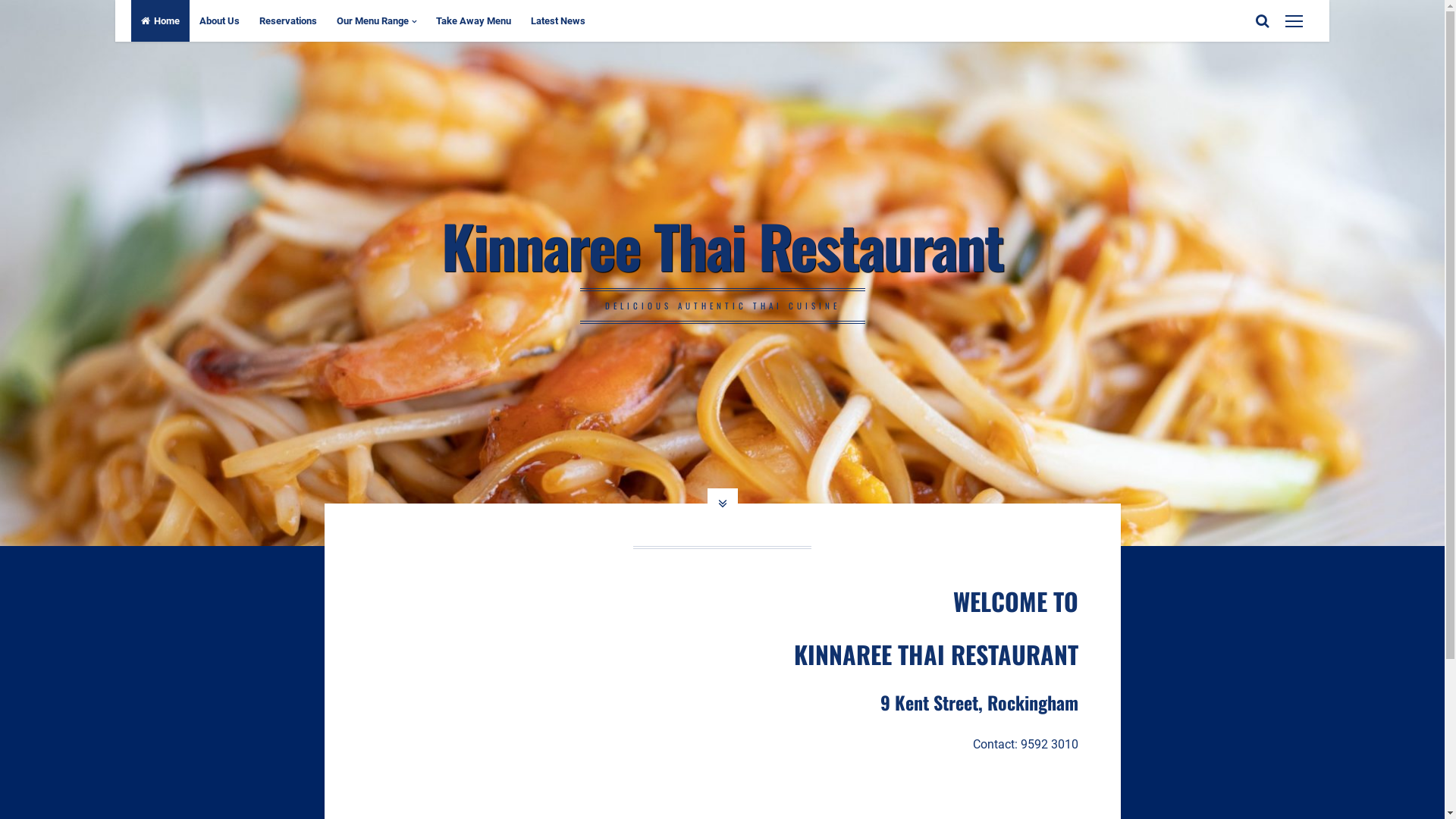 This screenshot has height=819, width=1456. Describe the element at coordinates (440, 244) in the screenshot. I see `'Kinnaree Thai Restaurant'` at that location.